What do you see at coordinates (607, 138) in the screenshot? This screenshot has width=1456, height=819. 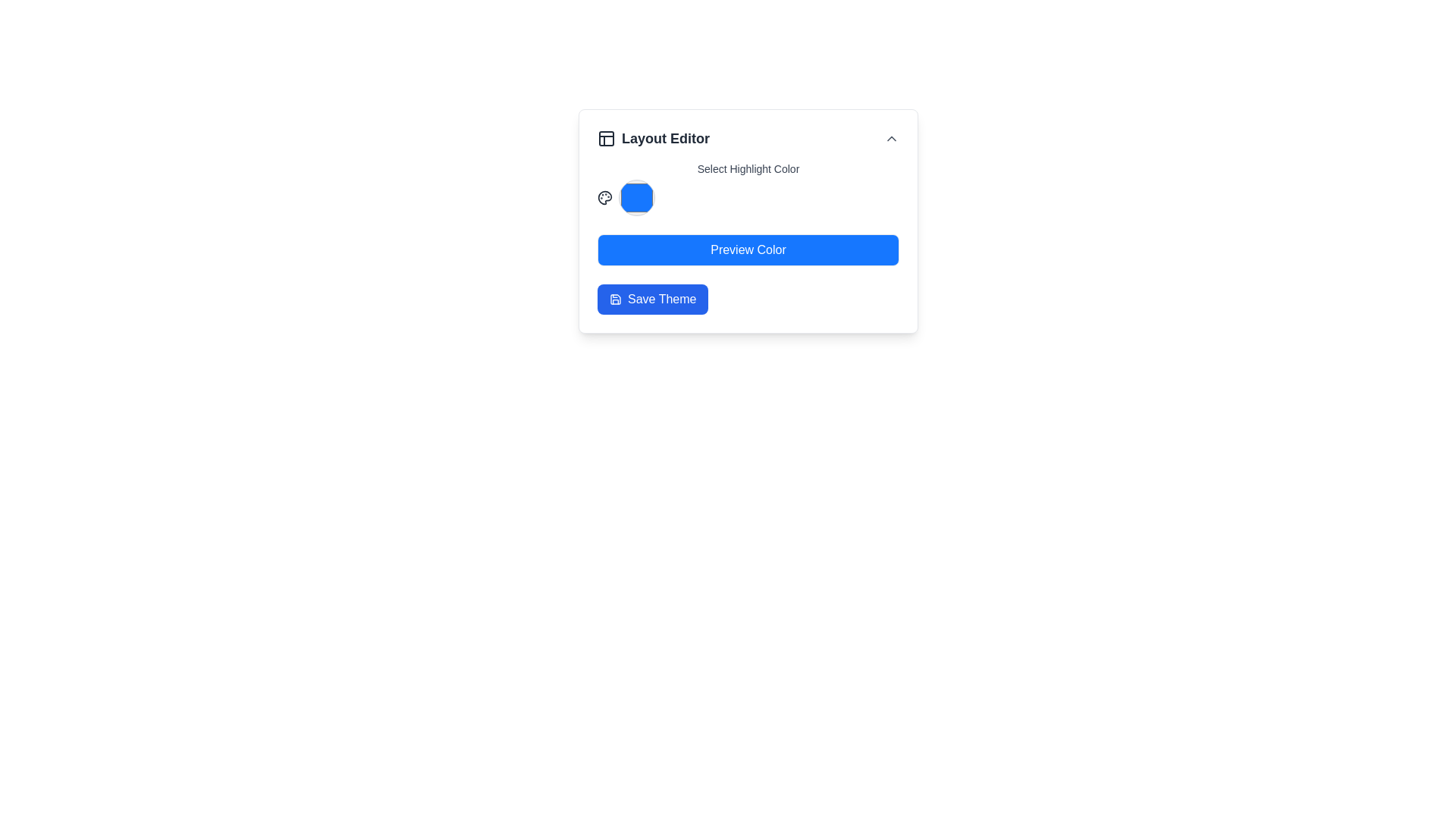 I see `the 24x24 pixel square icon resembling a block diagram located to the left of the text 'Layout Editor' in the header of a card-like interface` at bounding box center [607, 138].